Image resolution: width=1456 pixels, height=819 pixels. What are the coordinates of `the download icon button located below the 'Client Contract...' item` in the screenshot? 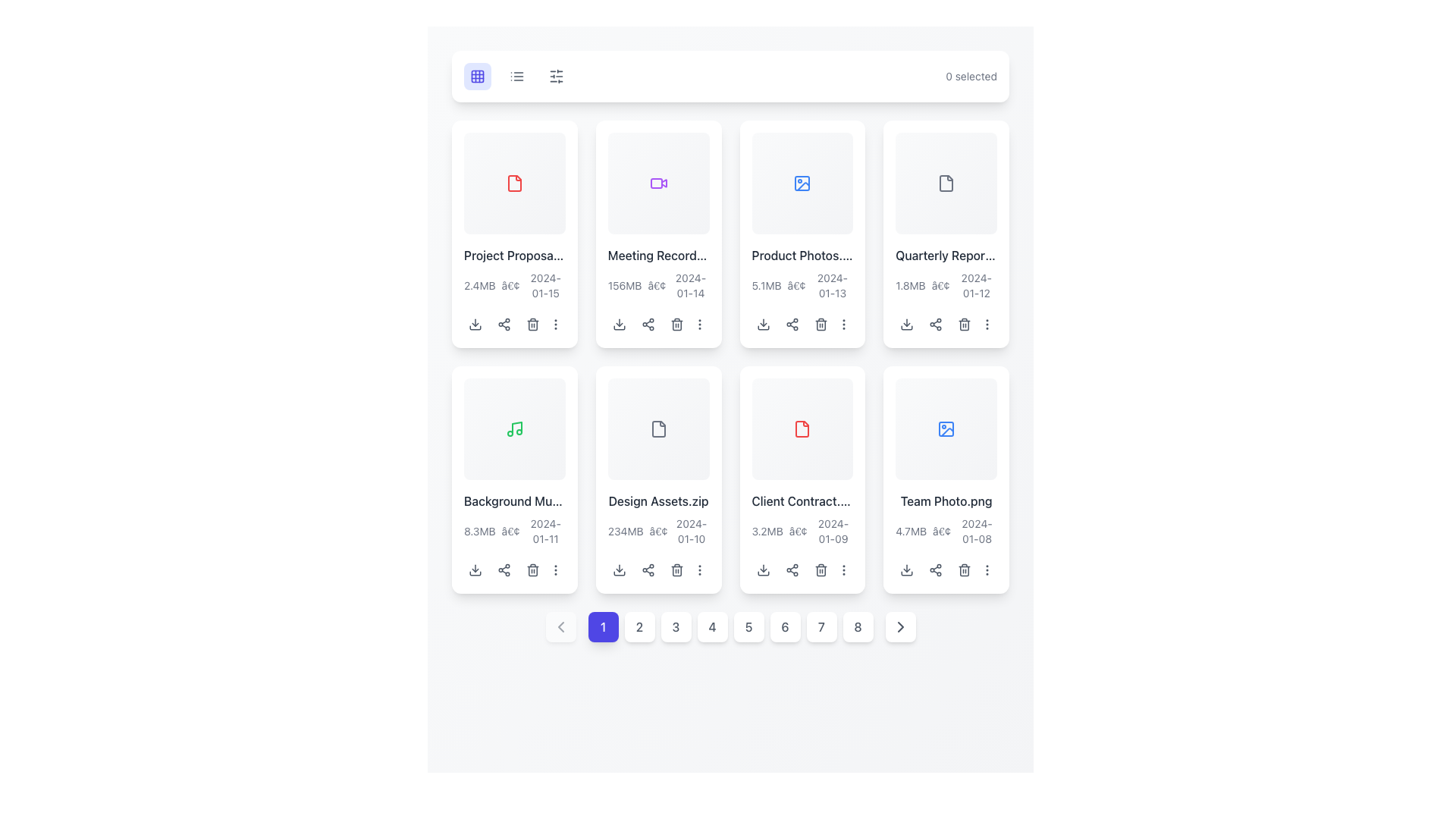 It's located at (763, 570).